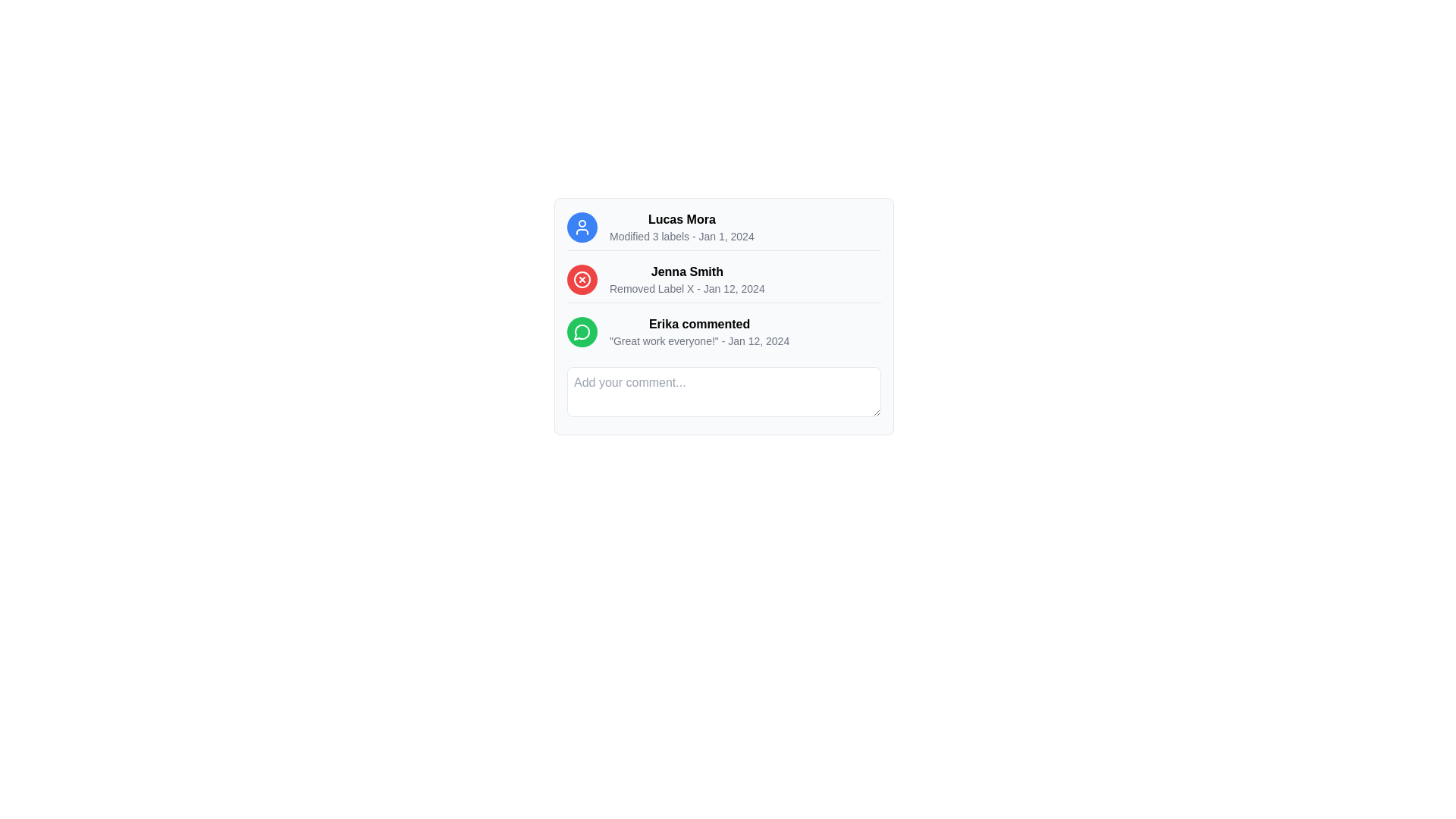  I want to click on the non-interactive Text Display that indicates 'Removed Label X' associated with the date 'Jan 12, 2024', located below 'Jenna Smith', so click(686, 289).